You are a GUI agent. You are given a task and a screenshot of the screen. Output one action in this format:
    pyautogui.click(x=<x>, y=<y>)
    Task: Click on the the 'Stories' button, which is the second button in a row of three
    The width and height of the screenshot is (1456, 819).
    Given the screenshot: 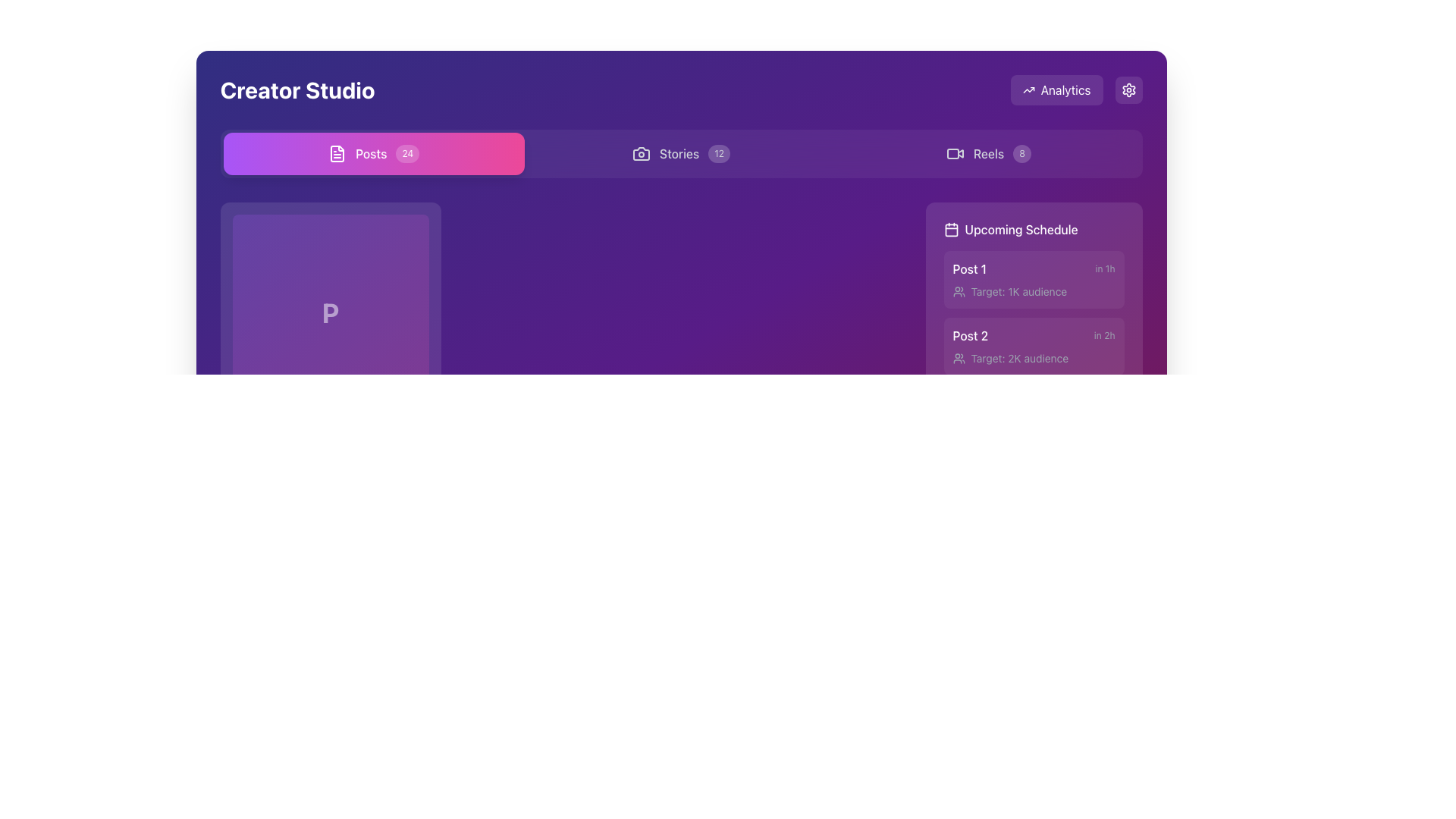 What is the action you would take?
    pyautogui.click(x=679, y=154)
    